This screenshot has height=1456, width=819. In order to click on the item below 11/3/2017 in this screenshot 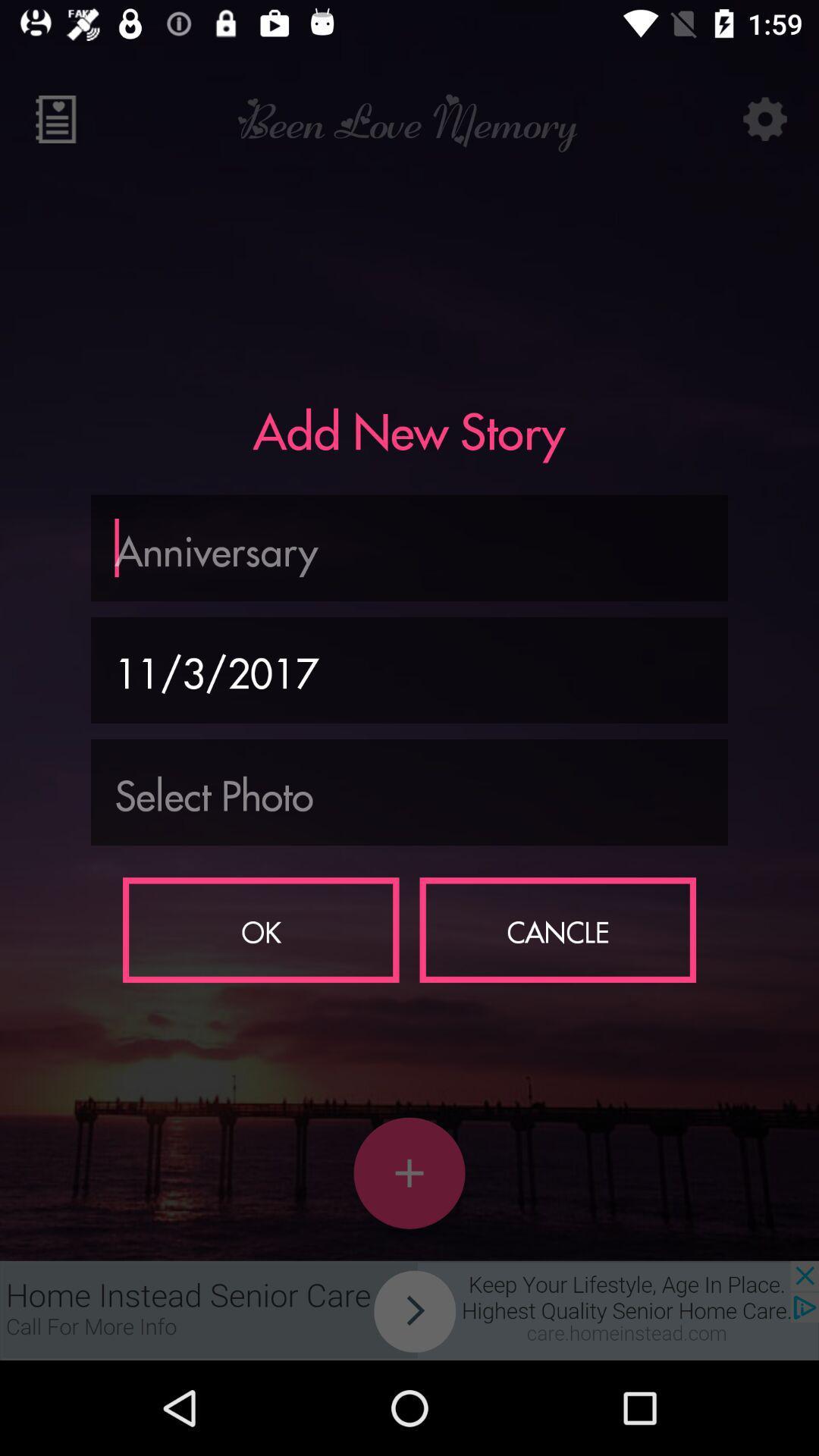, I will do `click(409, 792)`.